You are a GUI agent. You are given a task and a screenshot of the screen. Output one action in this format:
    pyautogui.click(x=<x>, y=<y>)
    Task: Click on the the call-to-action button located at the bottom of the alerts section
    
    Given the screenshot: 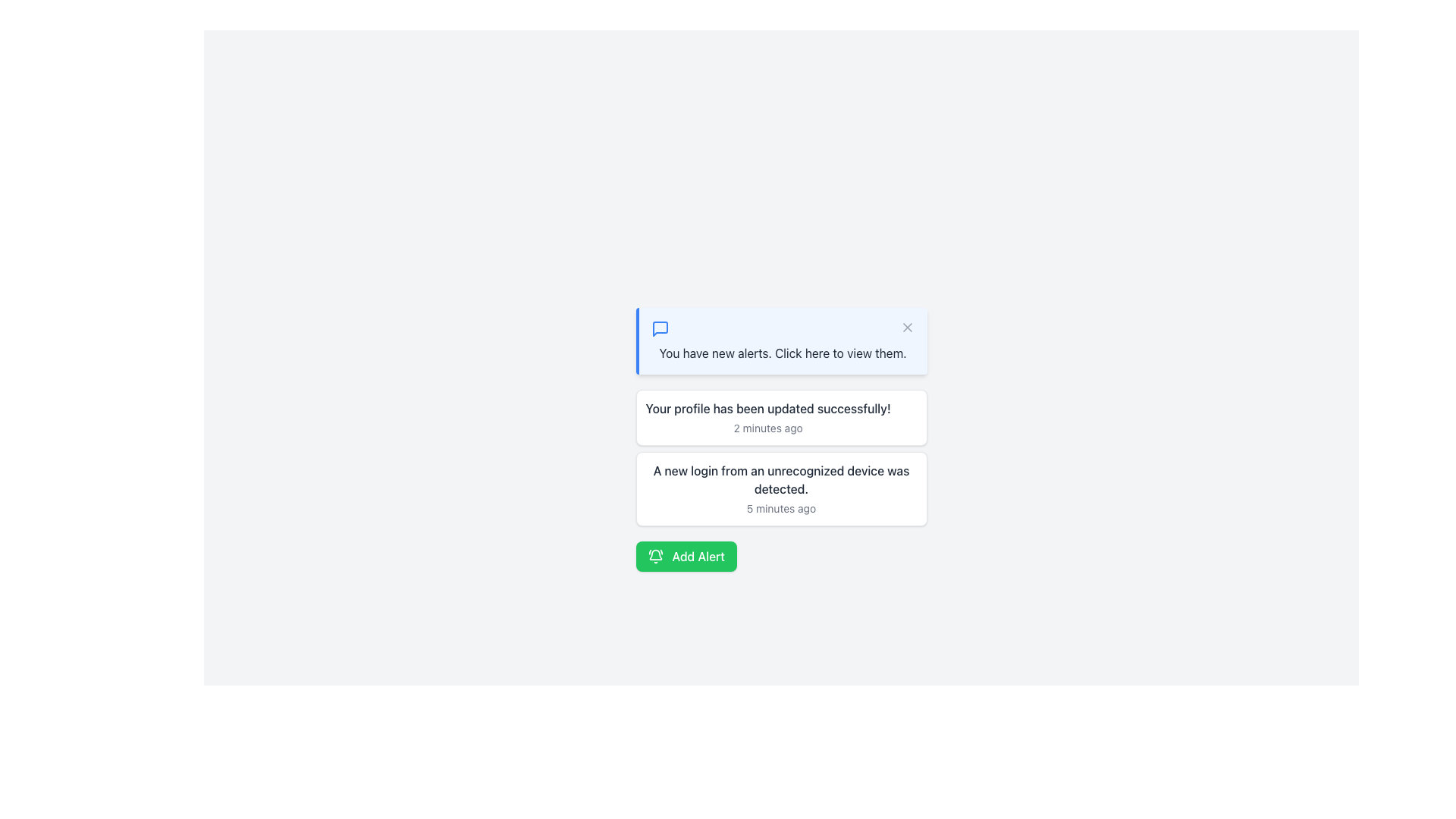 What is the action you would take?
    pyautogui.click(x=686, y=556)
    